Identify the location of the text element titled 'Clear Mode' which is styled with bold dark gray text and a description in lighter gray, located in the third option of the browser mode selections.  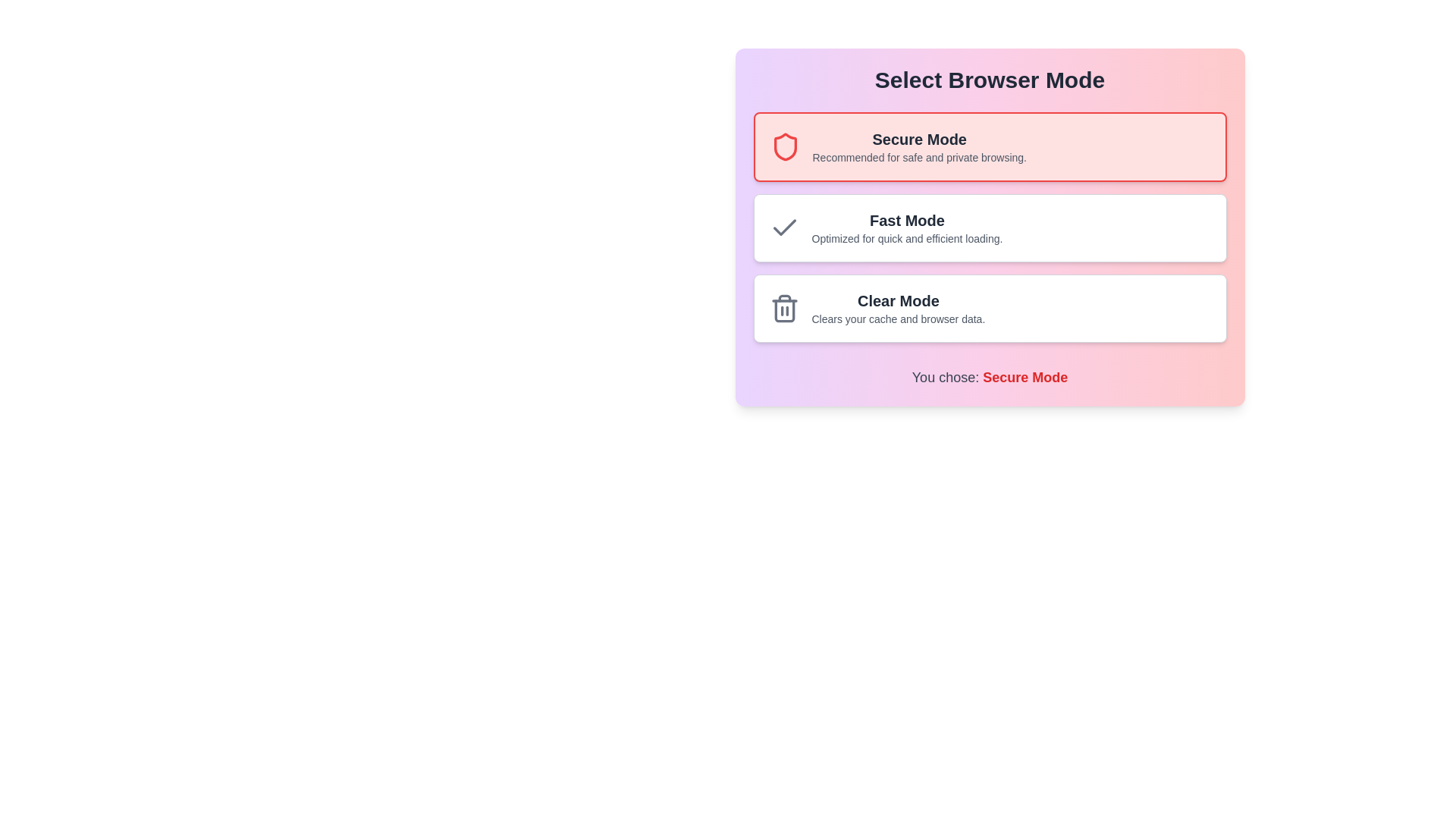
(898, 308).